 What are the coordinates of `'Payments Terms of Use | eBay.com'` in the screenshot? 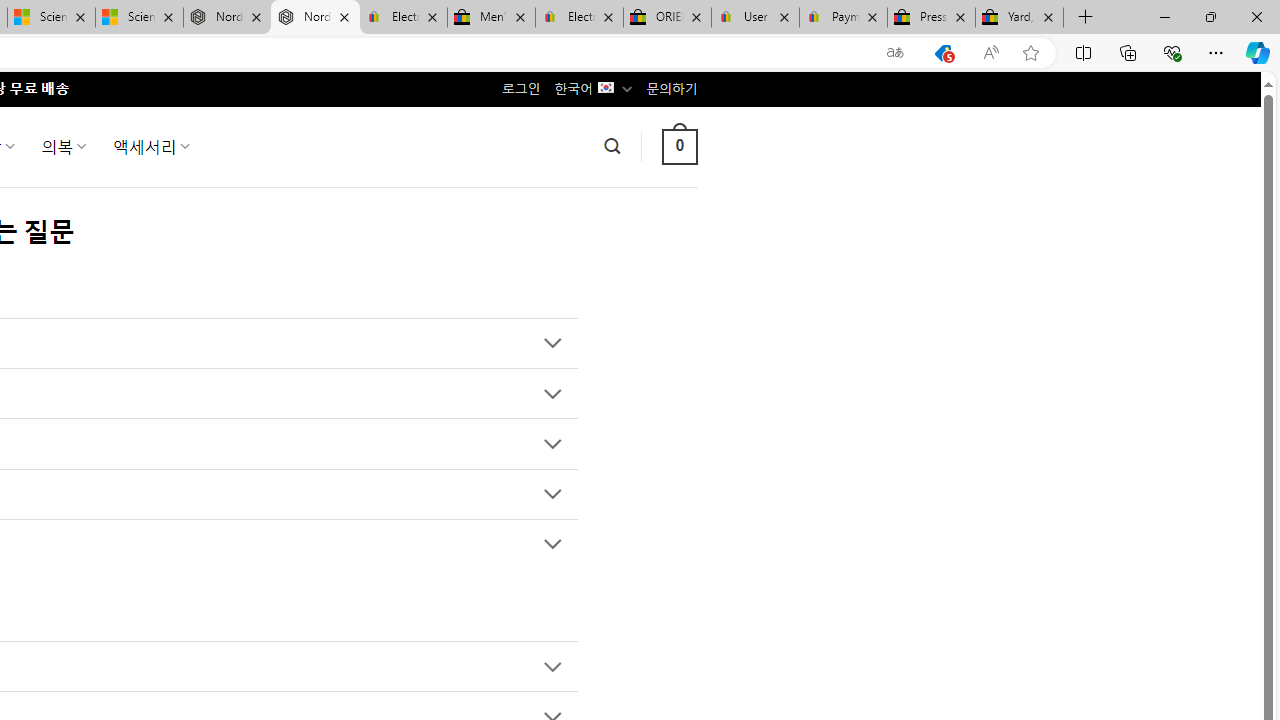 It's located at (843, 17).